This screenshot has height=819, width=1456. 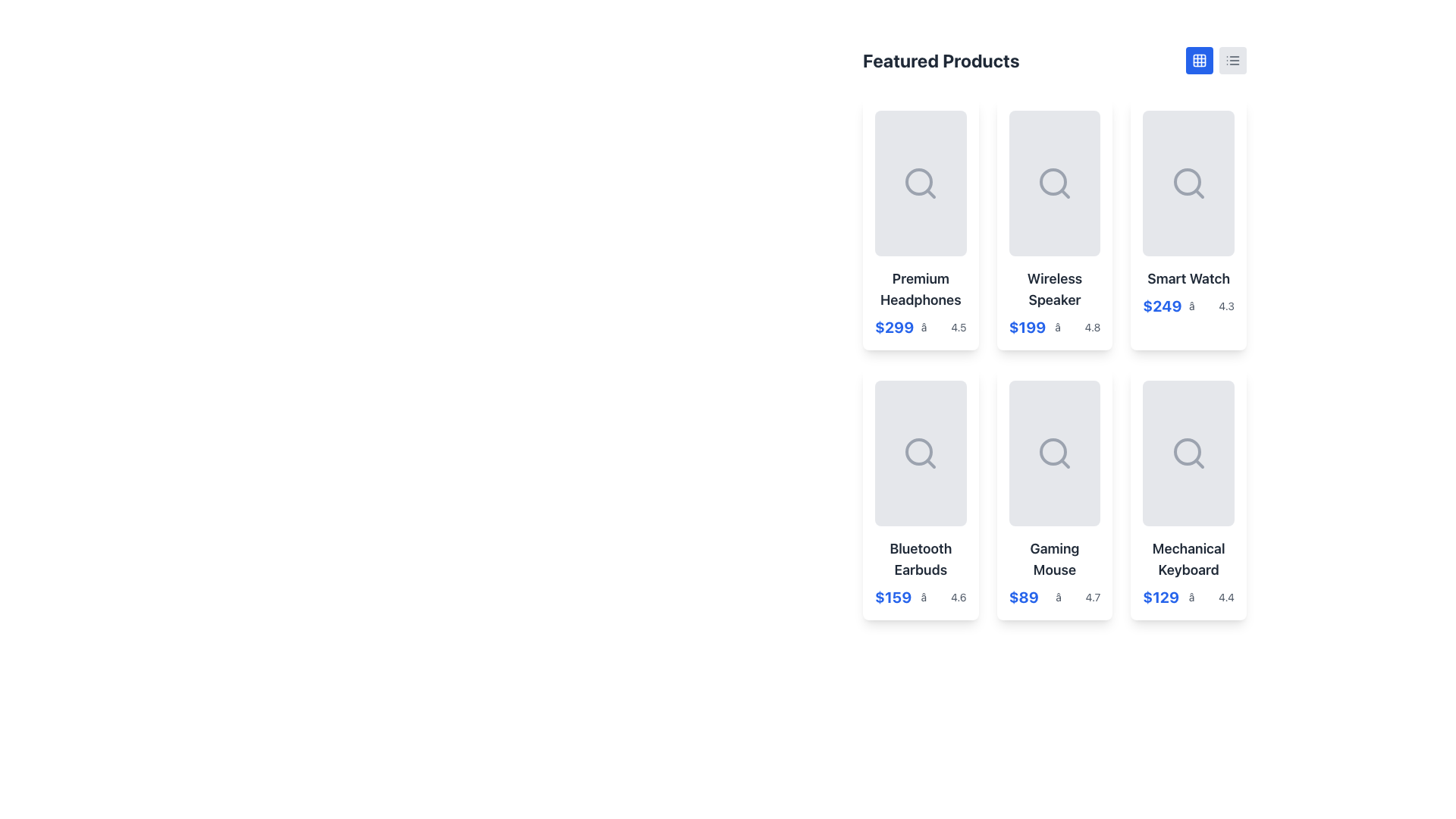 I want to click on the Text display showing the rating of the 'Gaming Mouse' product, which is located immediately to the right of the price '$89' within the product card, so click(x=1077, y=596).